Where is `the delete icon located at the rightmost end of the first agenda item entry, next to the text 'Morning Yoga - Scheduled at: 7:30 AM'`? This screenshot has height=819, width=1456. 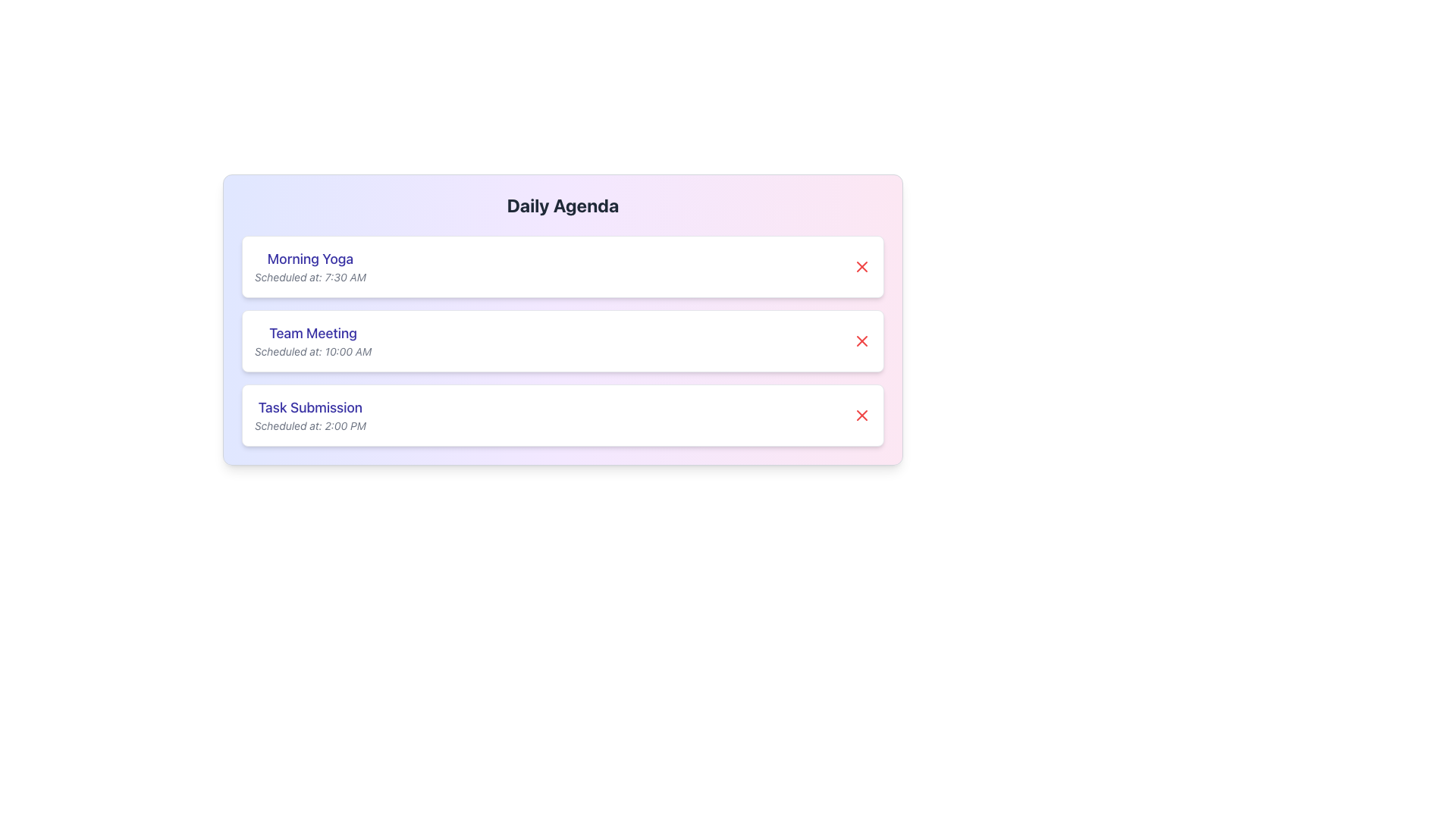
the delete icon located at the rightmost end of the first agenda item entry, next to the text 'Morning Yoga - Scheduled at: 7:30 AM' is located at coordinates (862, 265).